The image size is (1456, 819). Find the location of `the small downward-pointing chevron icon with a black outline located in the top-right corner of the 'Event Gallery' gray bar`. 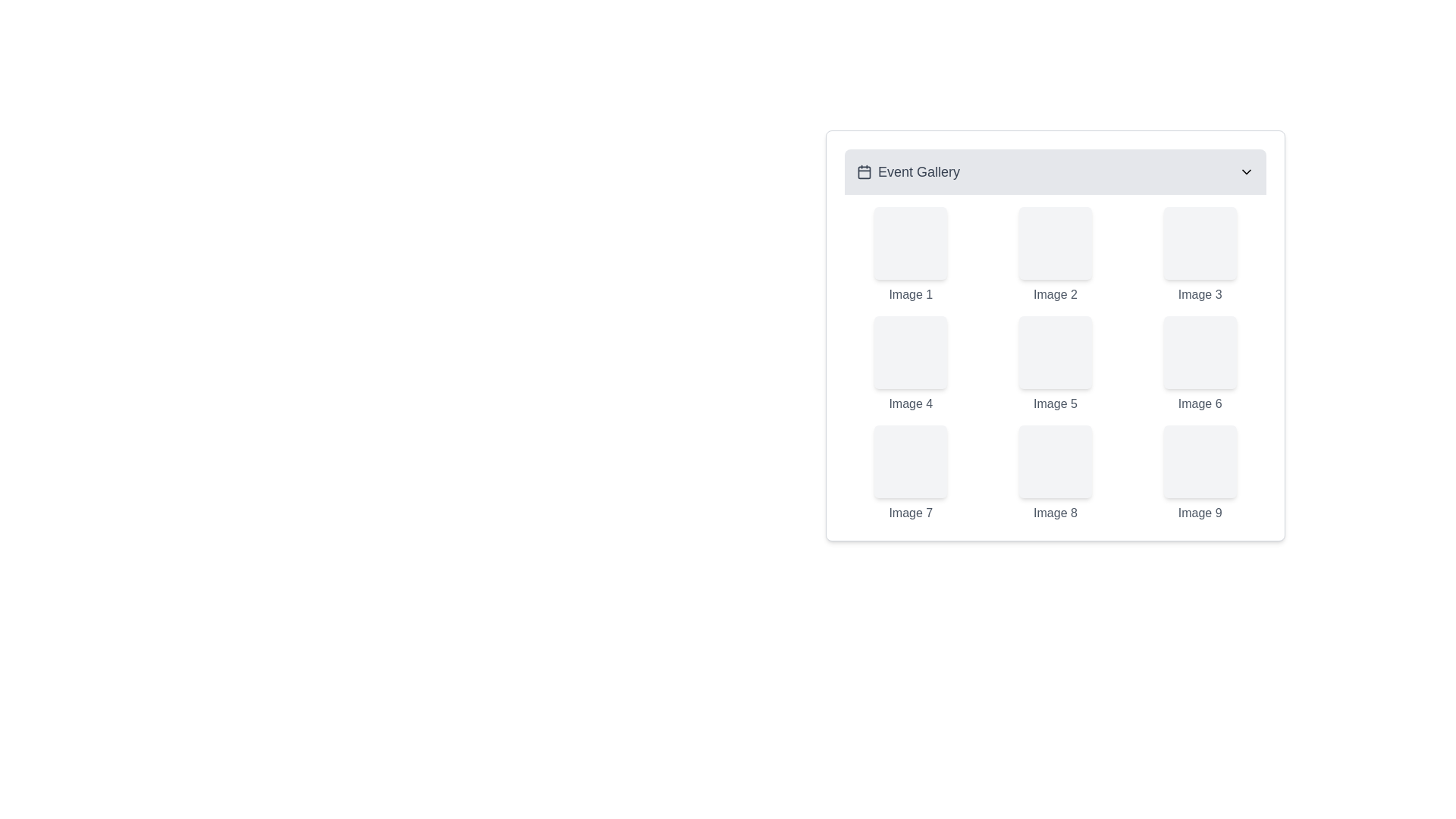

the small downward-pointing chevron icon with a black outline located in the top-right corner of the 'Event Gallery' gray bar is located at coordinates (1246, 171).